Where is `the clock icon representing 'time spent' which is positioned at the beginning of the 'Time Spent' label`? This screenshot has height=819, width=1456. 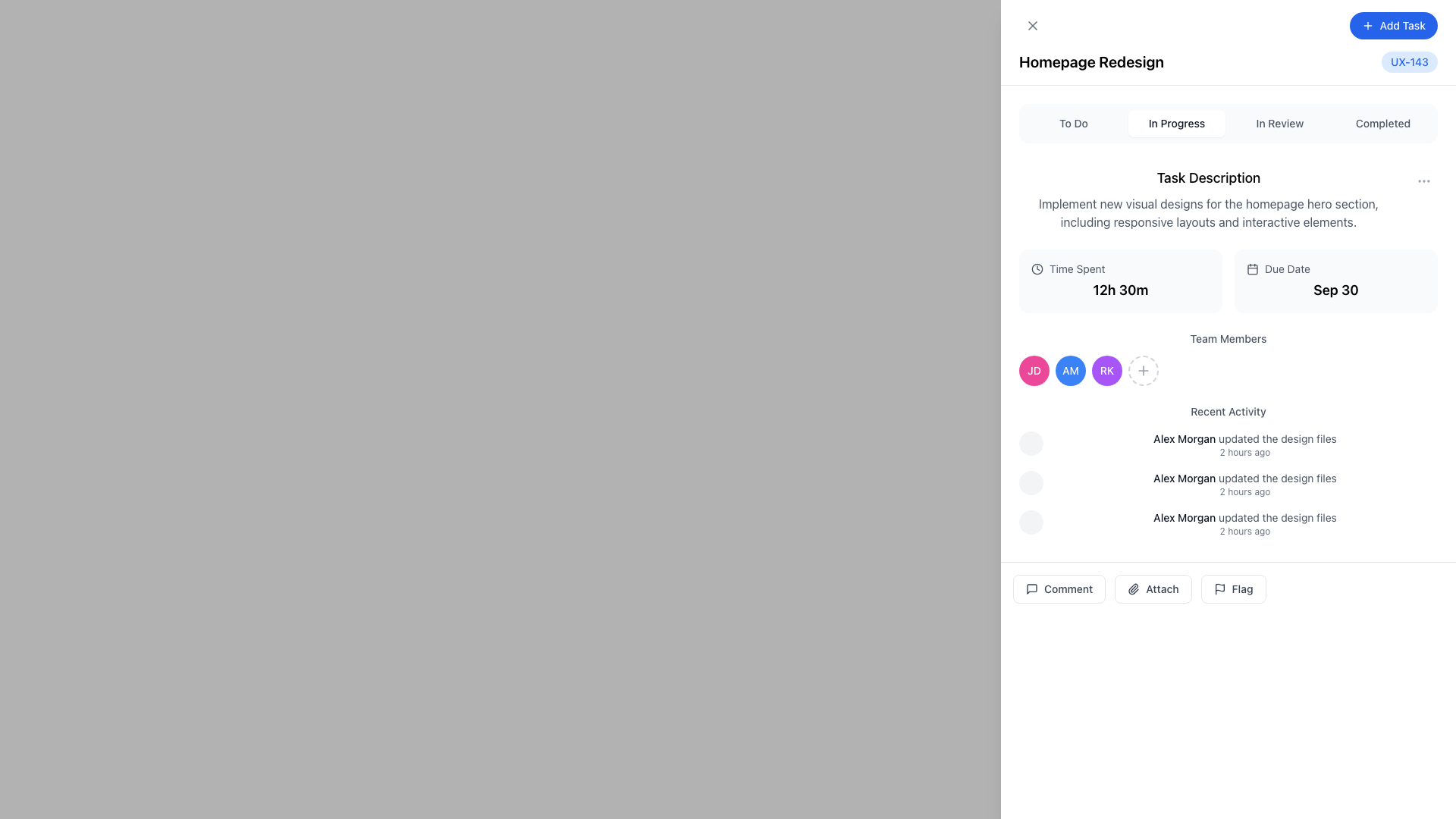 the clock icon representing 'time spent' which is positioned at the beginning of the 'Time Spent' label is located at coordinates (1037, 268).